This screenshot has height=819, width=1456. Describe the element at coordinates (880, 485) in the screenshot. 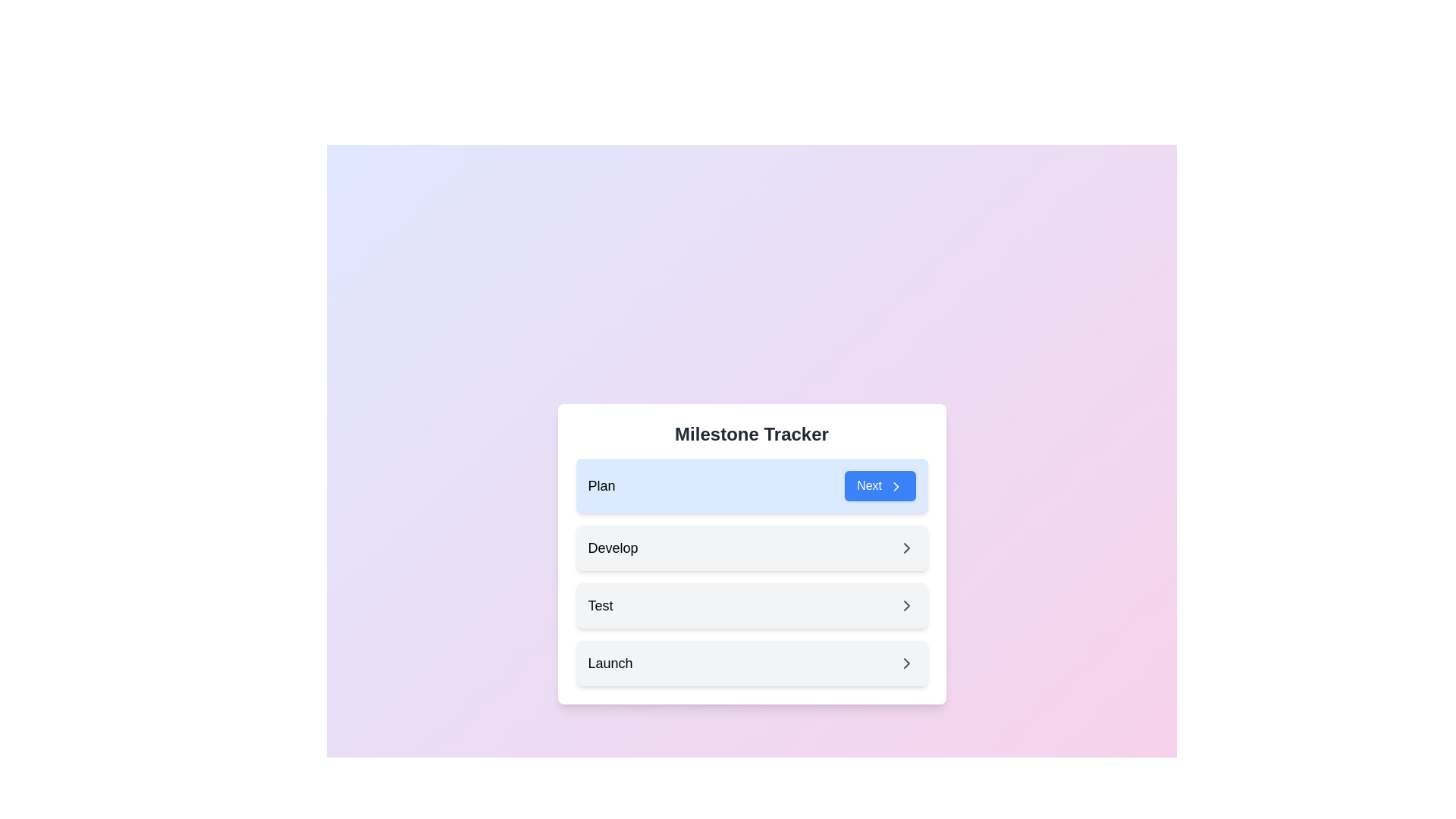

I see `the 'Next' button with a blue background, white text, and a rightward chevron icon` at that location.